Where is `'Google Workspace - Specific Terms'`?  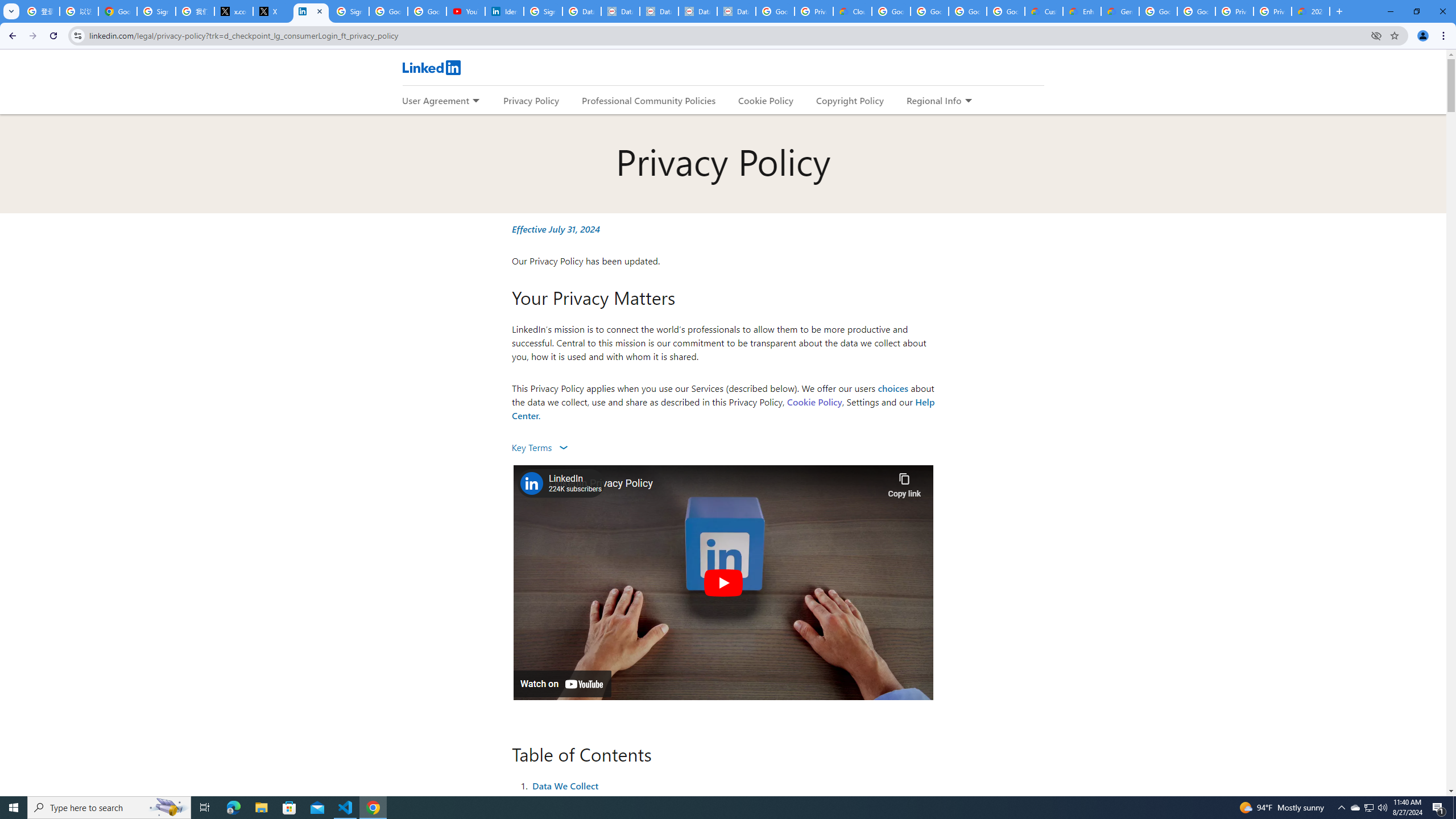 'Google Workspace - Specific Terms' is located at coordinates (967, 11).